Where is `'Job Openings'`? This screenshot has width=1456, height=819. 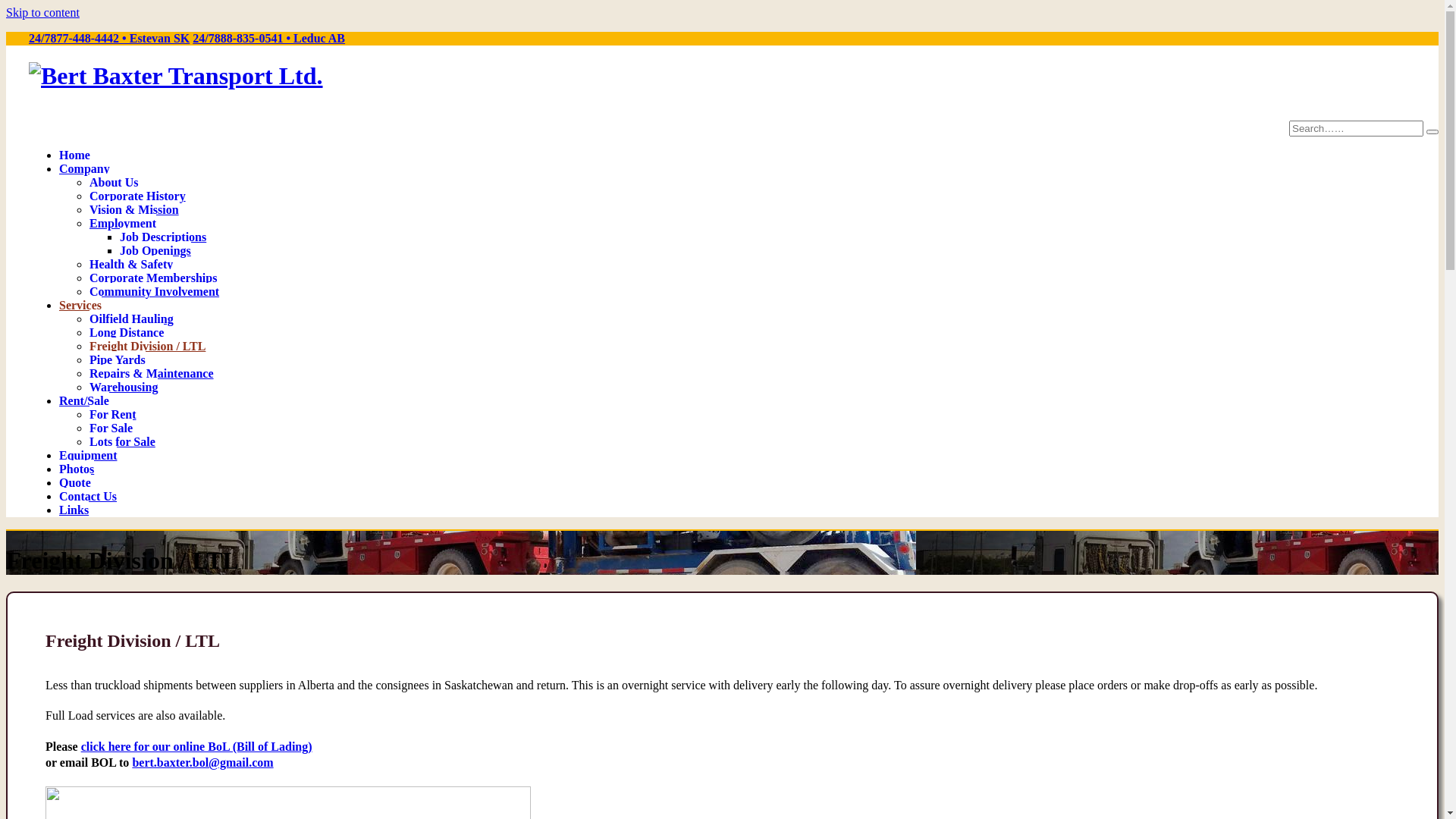 'Job Openings' is located at coordinates (155, 248).